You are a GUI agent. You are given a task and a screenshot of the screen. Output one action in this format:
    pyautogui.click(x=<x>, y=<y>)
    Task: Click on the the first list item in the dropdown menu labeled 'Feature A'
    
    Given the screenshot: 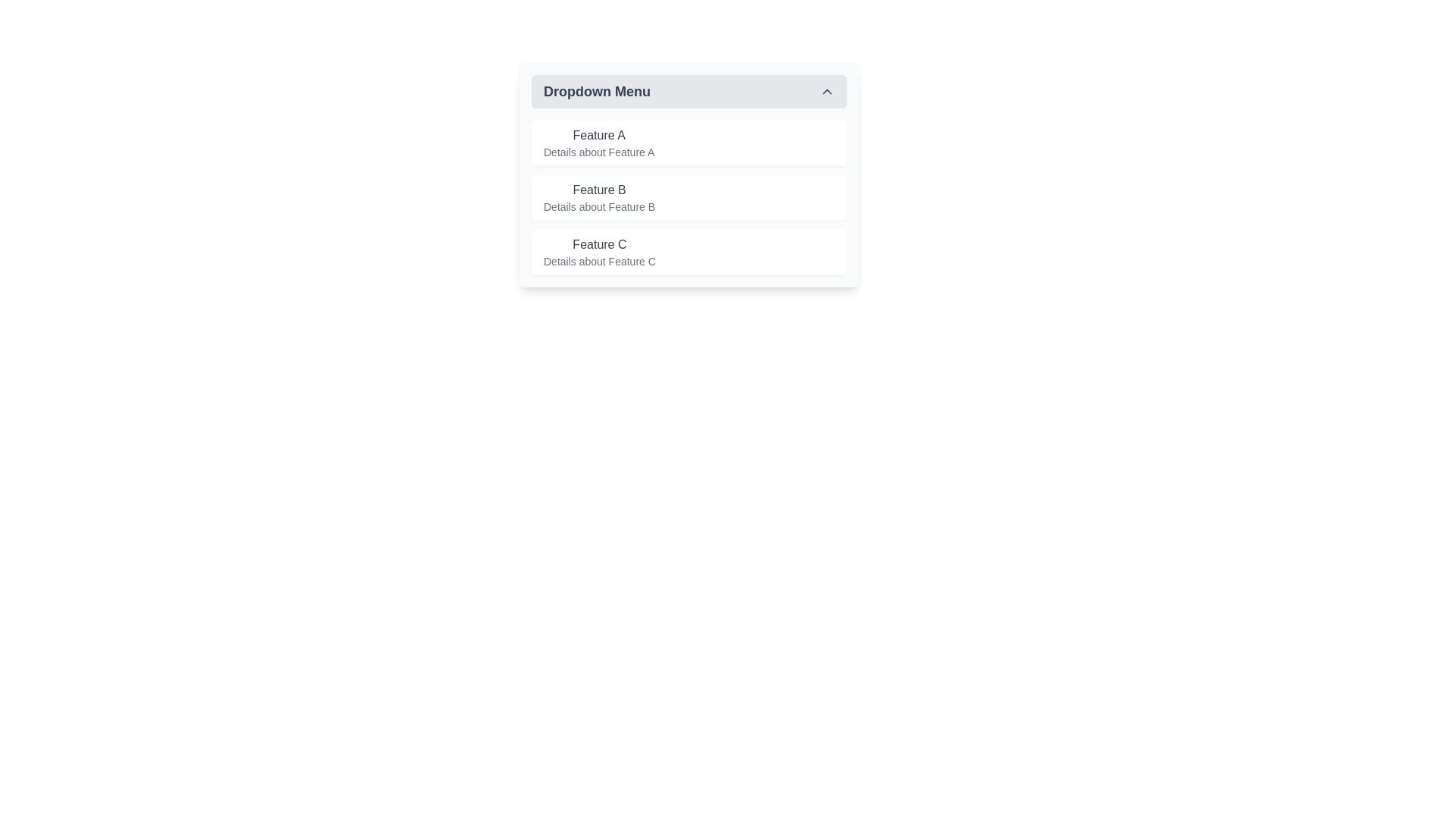 What is the action you would take?
    pyautogui.click(x=598, y=143)
    